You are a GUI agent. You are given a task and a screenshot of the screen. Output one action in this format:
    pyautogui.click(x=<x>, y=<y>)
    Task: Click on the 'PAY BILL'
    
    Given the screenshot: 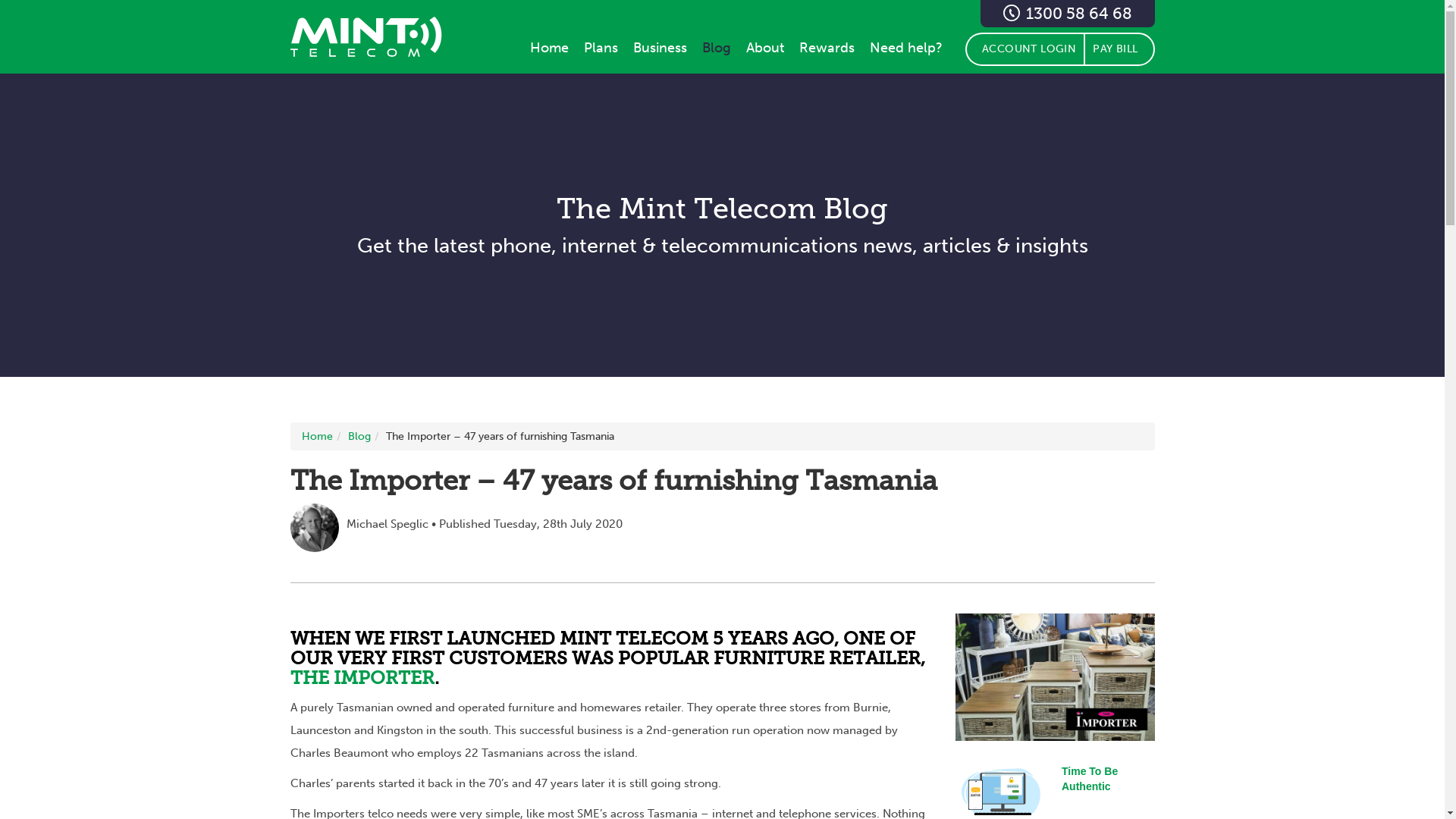 What is the action you would take?
    pyautogui.click(x=1119, y=49)
    